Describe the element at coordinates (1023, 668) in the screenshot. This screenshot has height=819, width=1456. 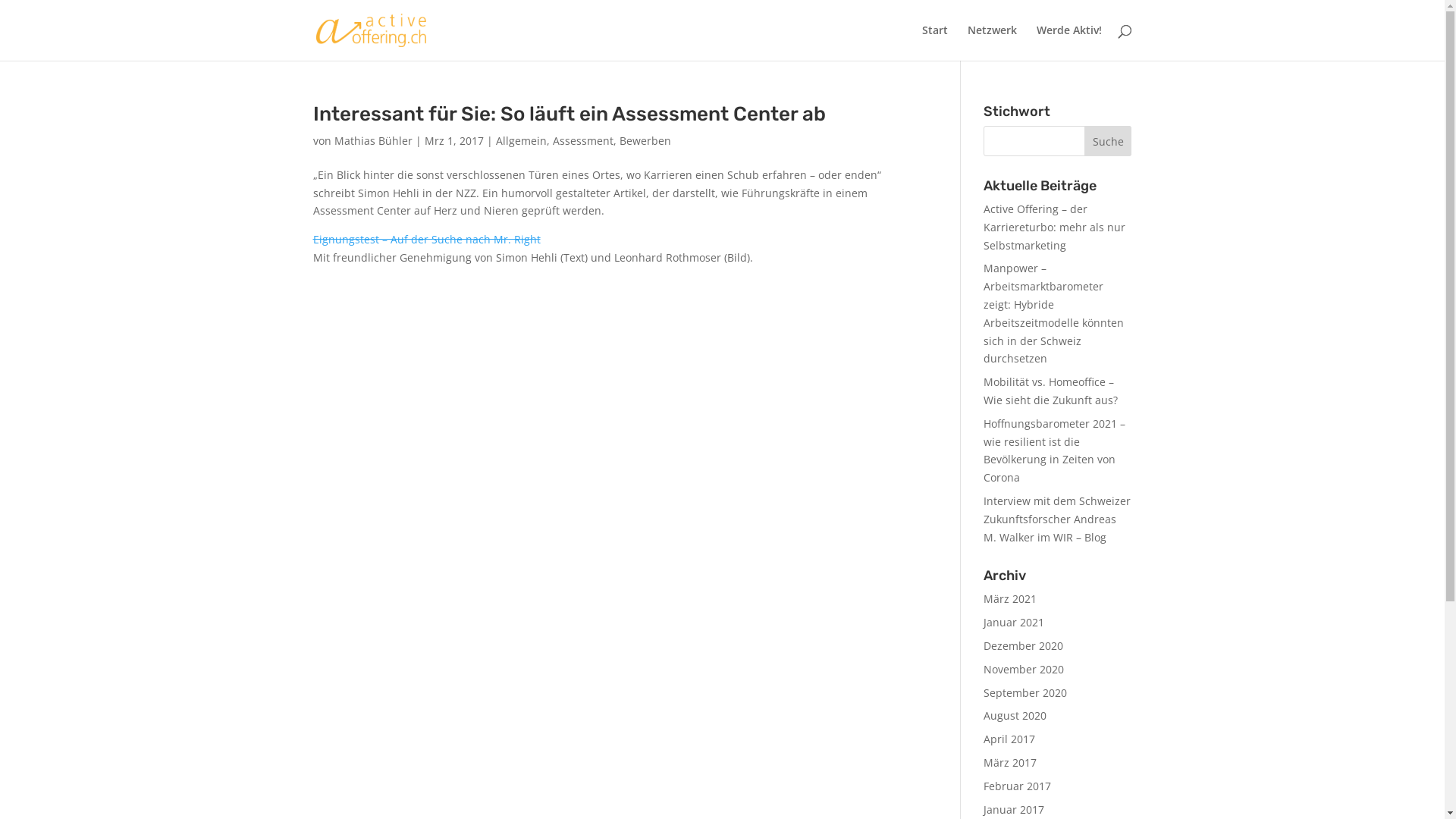
I see `'November 2020'` at that location.